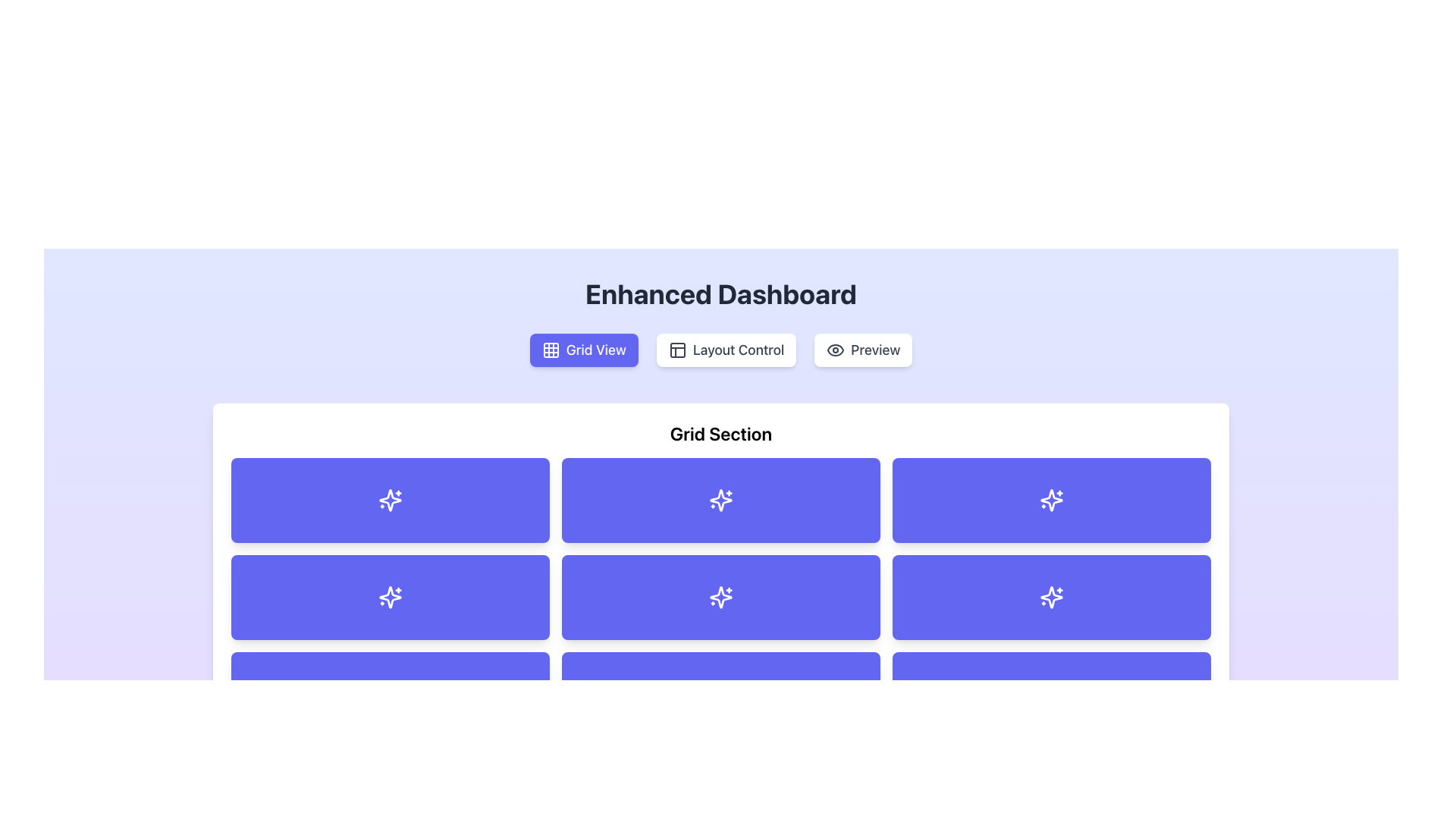 This screenshot has height=819, width=1456. What do you see at coordinates (720, 596) in the screenshot?
I see `the star-shaped icon located in the second row and third column of the 'Grid Section', which features a minimalist design with geometric lines` at bounding box center [720, 596].